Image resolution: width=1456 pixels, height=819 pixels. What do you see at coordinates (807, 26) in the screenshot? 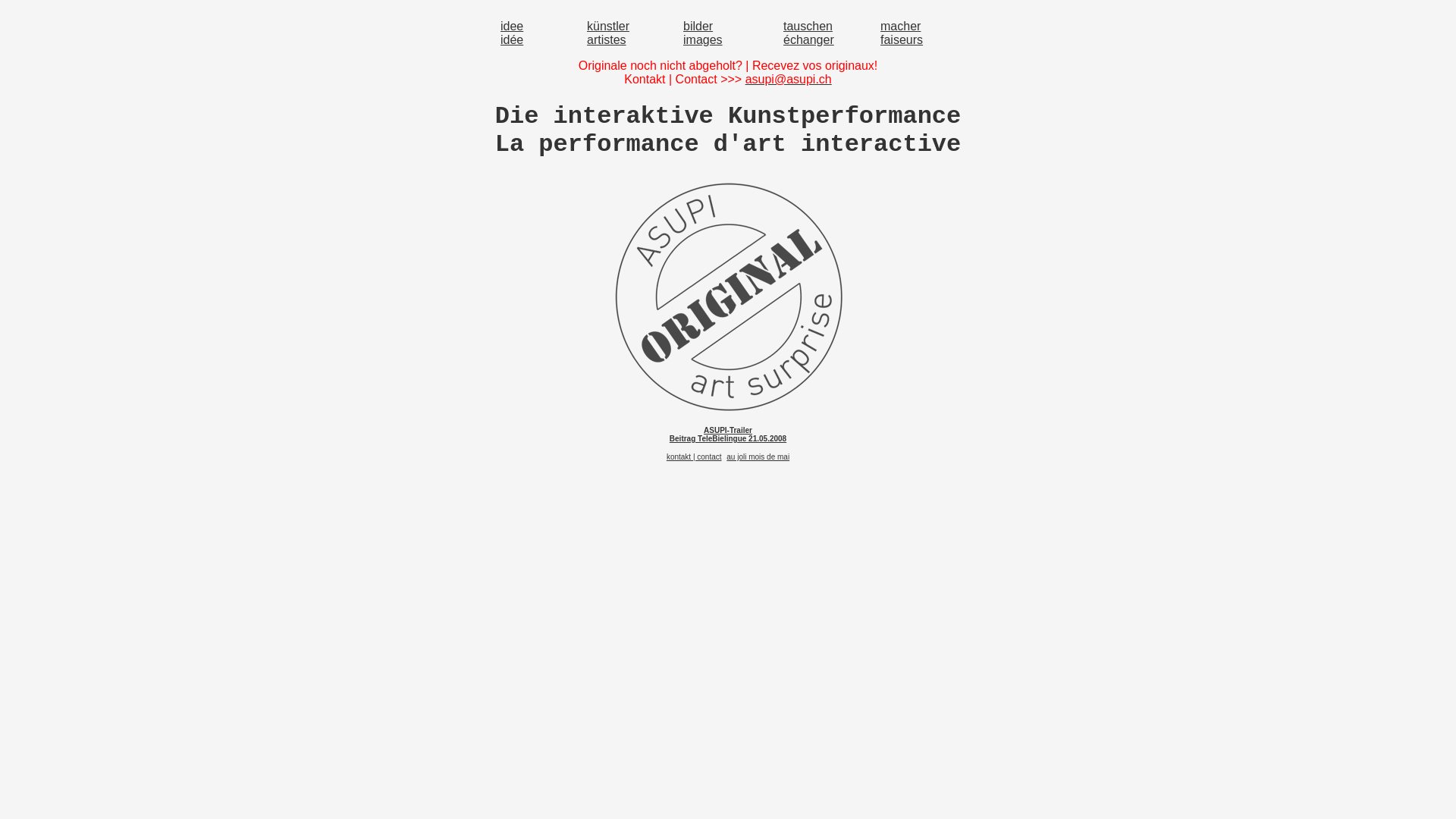
I see `'tauschen'` at bounding box center [807, 26].